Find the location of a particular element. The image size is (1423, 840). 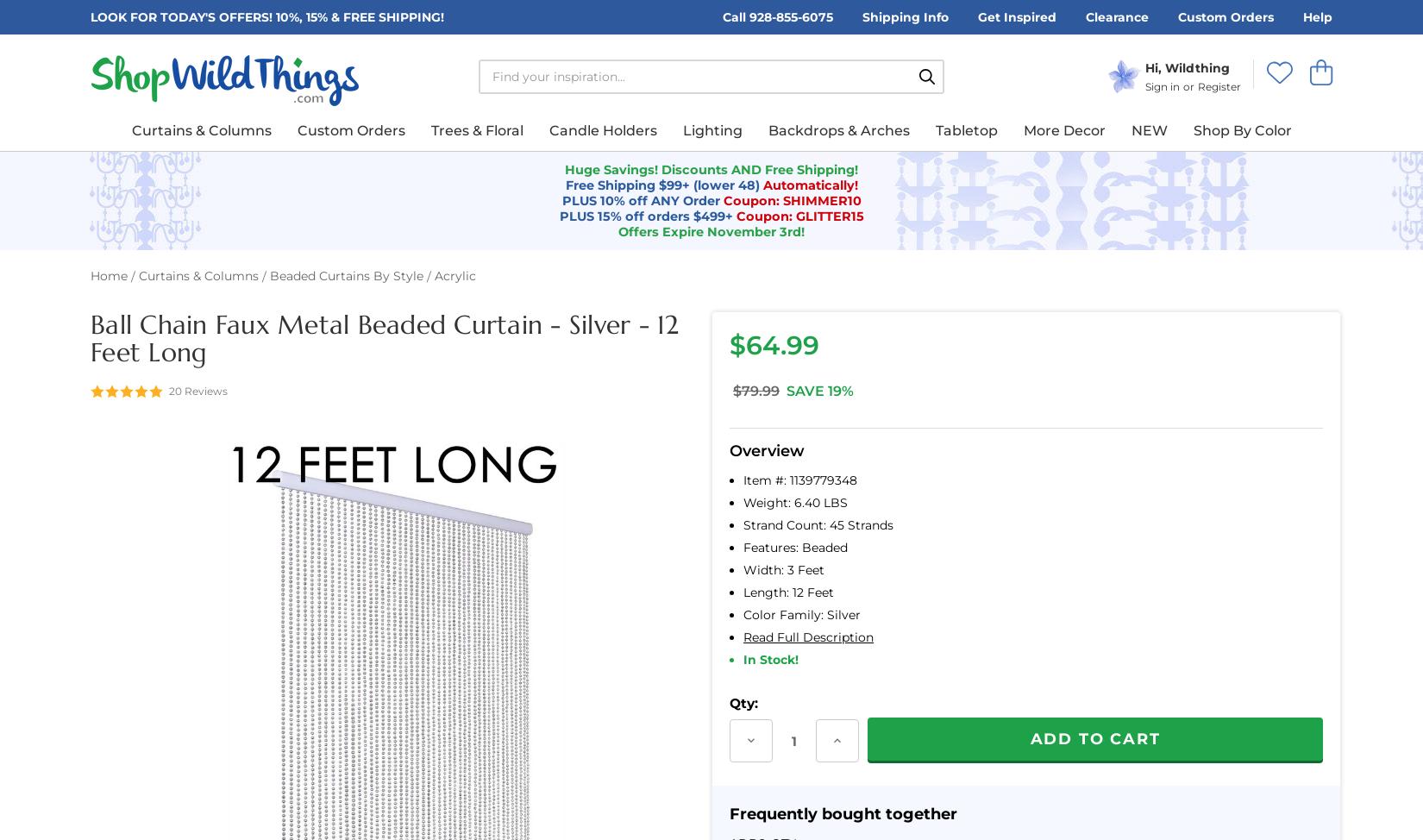

'Acrylic' is located at coordinates (454, 274).